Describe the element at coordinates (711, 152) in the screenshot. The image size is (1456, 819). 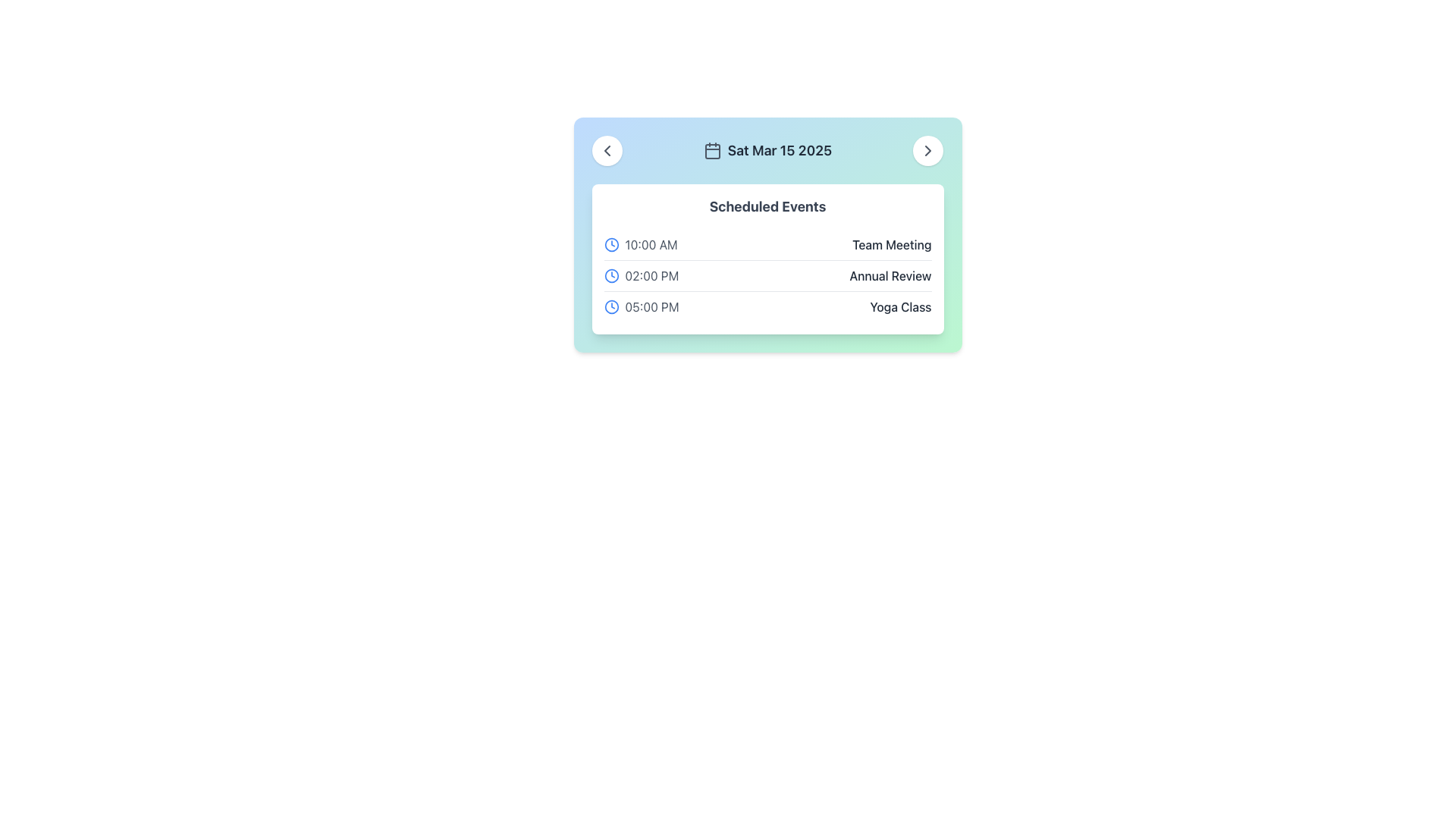
I see `the central rectangular area of the calendar icon represented by the SVG element, which is part of the visual design for scheduling functionalities` at that location.